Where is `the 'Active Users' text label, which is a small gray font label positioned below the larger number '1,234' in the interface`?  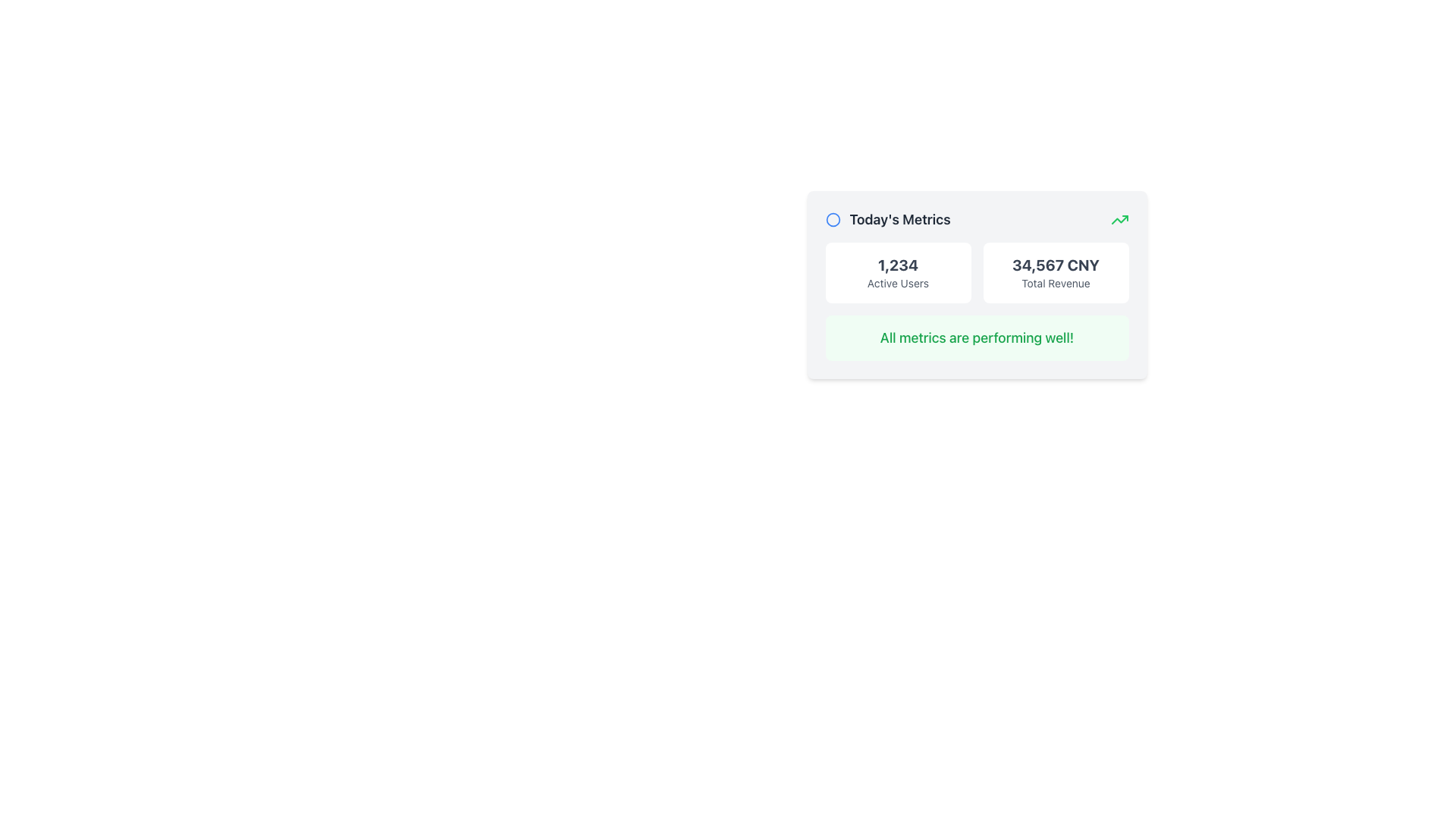
the 'Active Users' text label, which is a small gray font label positioned below the larger number '1,234' in the interface is located at coordinates (898, 284).